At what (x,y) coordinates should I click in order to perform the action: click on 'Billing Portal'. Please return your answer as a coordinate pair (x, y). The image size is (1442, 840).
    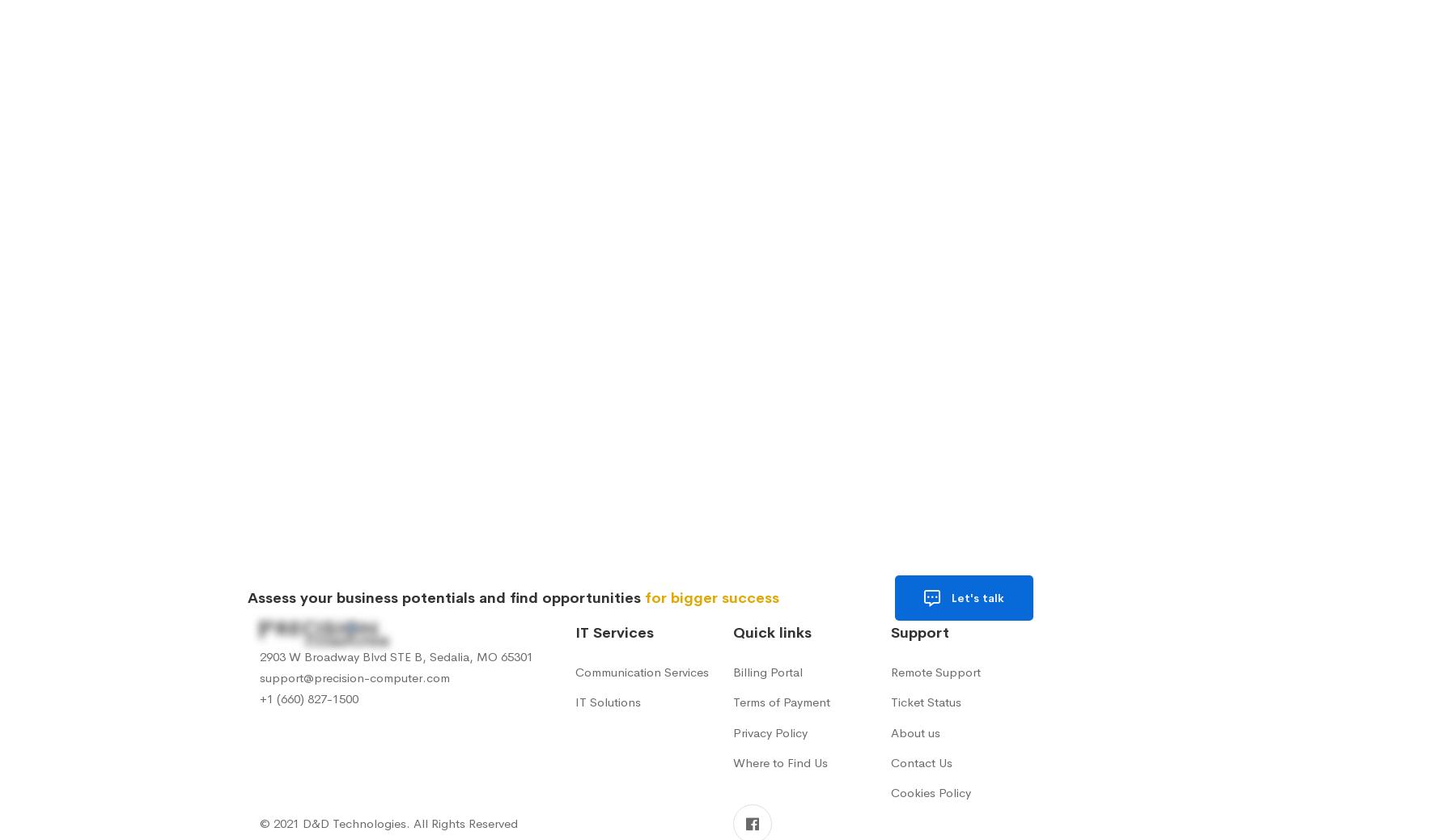
    Looking at the image, I should click on (732, 672).